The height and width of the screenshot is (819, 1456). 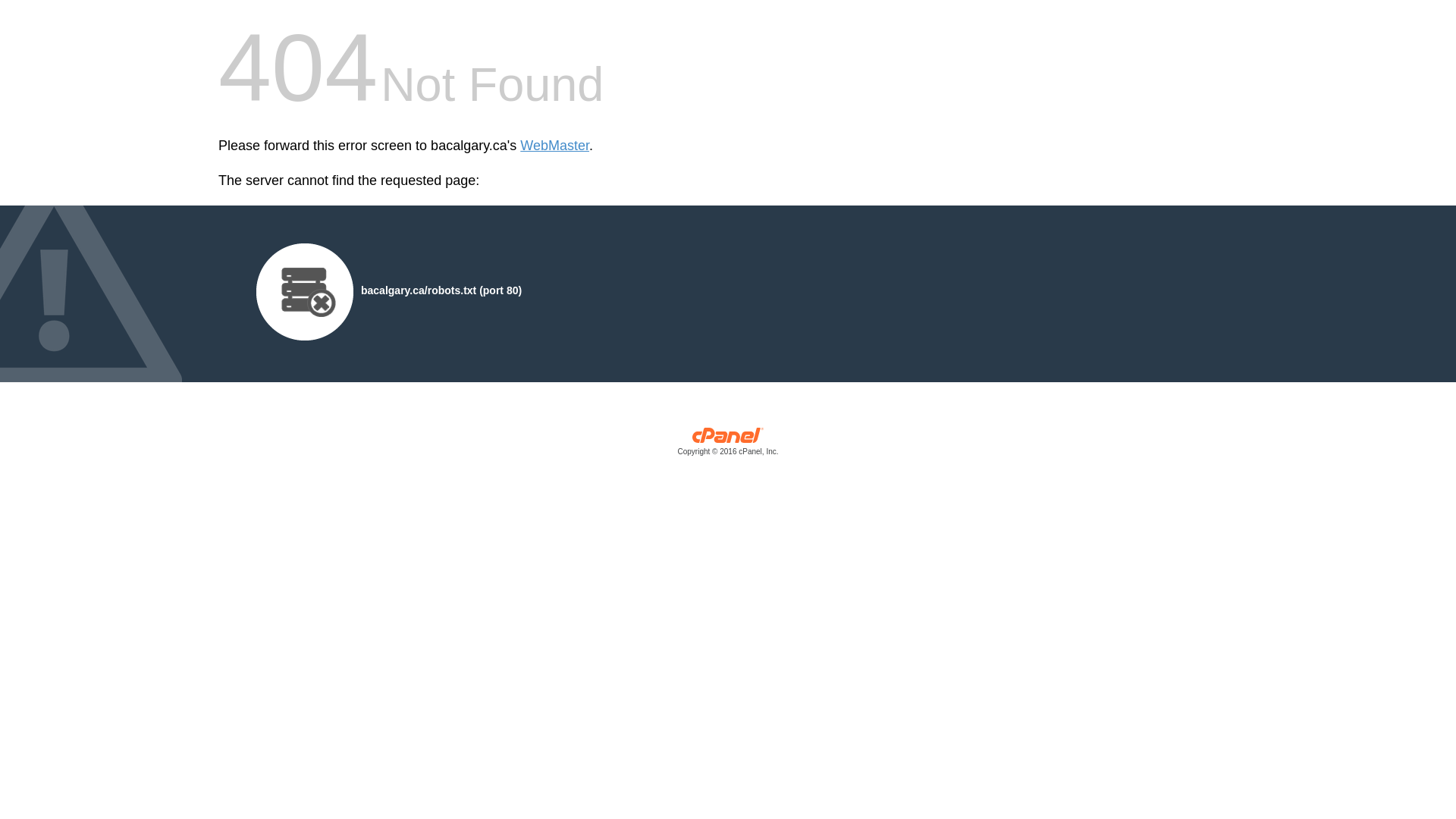 I want to click on 'WebMaster', so click(x=554, y=146).